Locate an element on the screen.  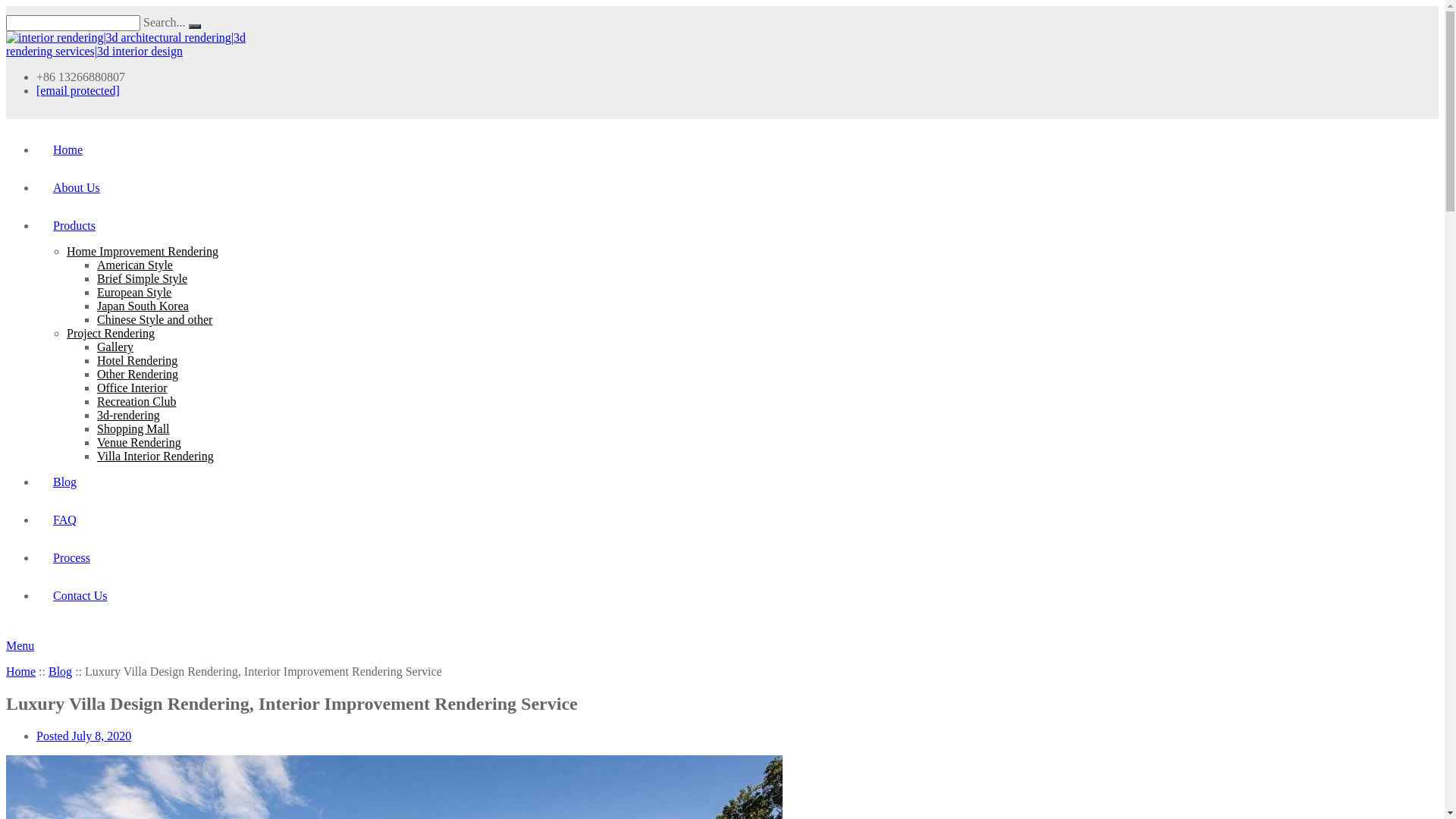
'European Style' is located at coordinates (96, 292).